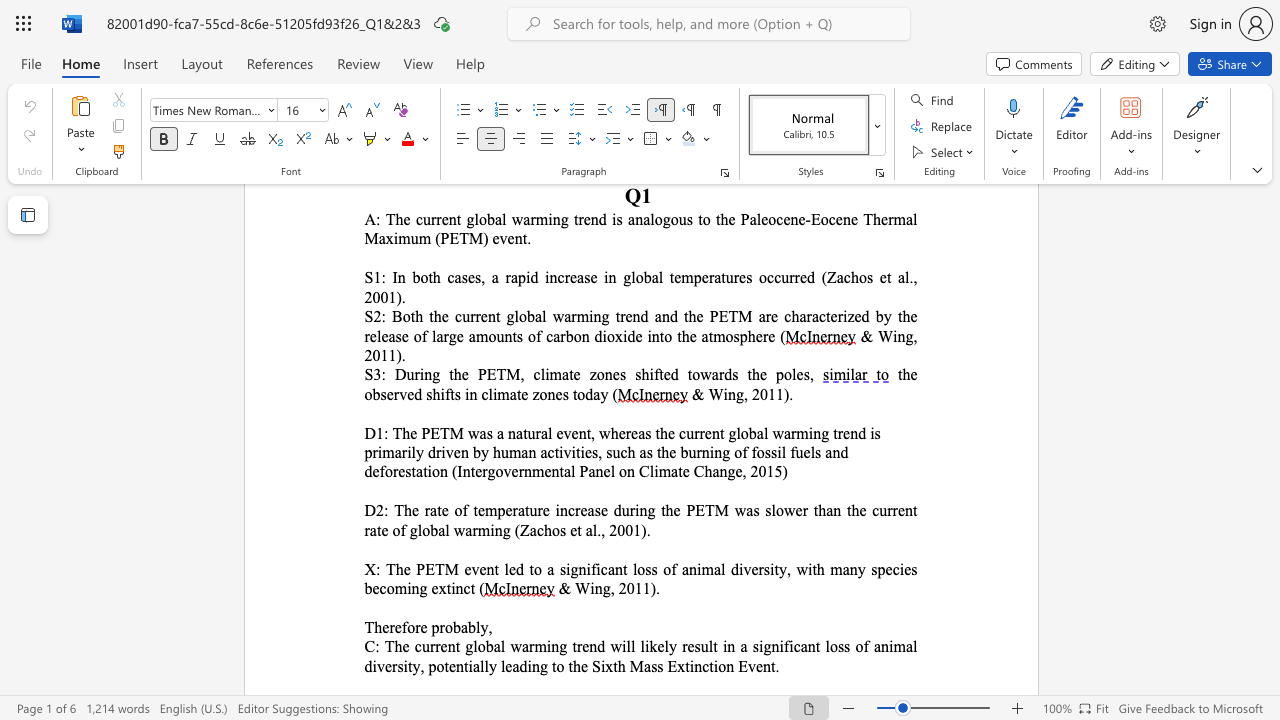 The image size is (1280, 720). I want to click on the subset text "emperature i" within the text "D2: The rate of temperature i", so click(476, 509).